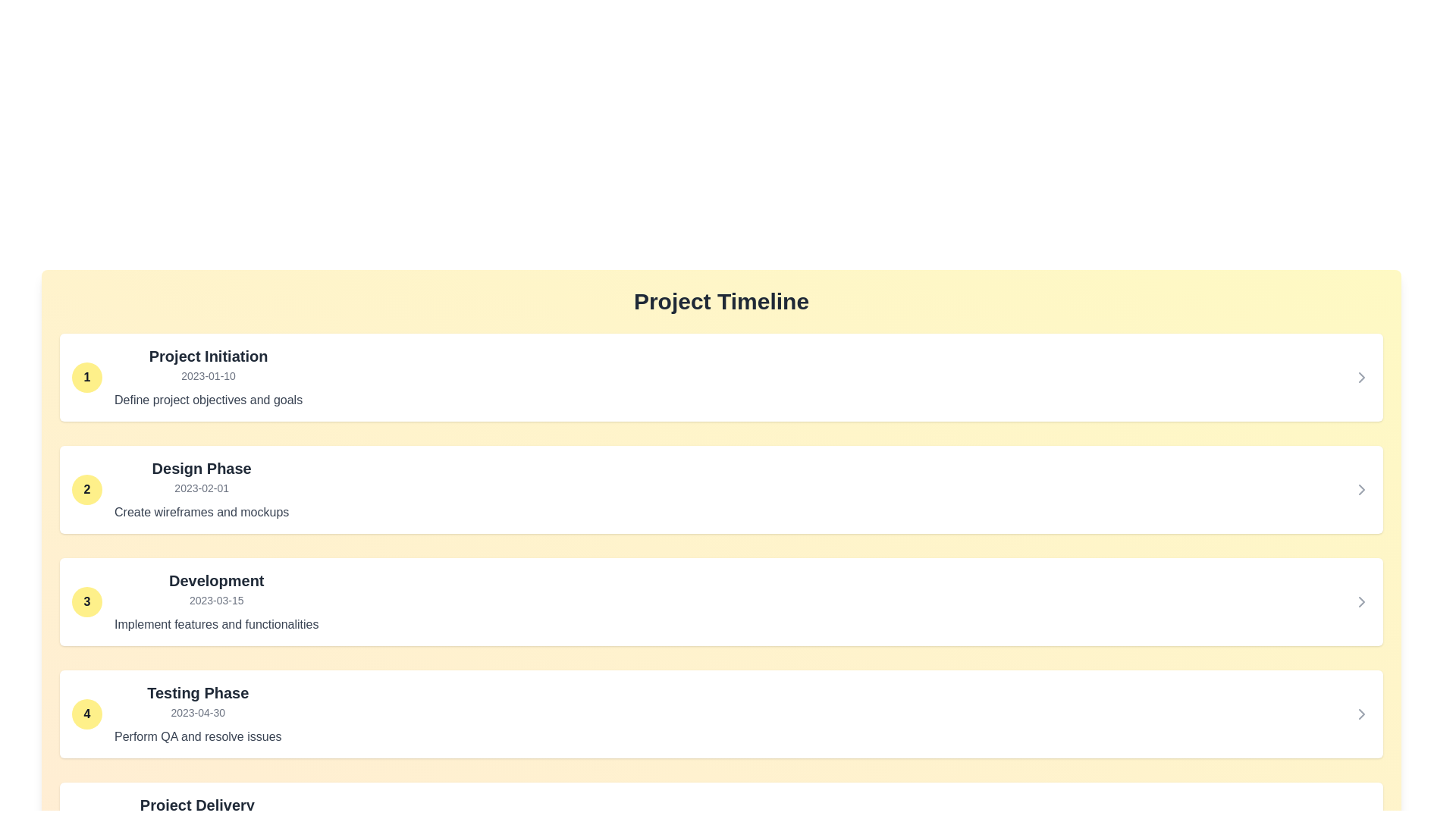  Describe the element at coordinates (1361, 376) in the screenshot. I see `the Chevron/Arrow icon on the right side of the first row under the 'Project Timeline' heading` at that location.